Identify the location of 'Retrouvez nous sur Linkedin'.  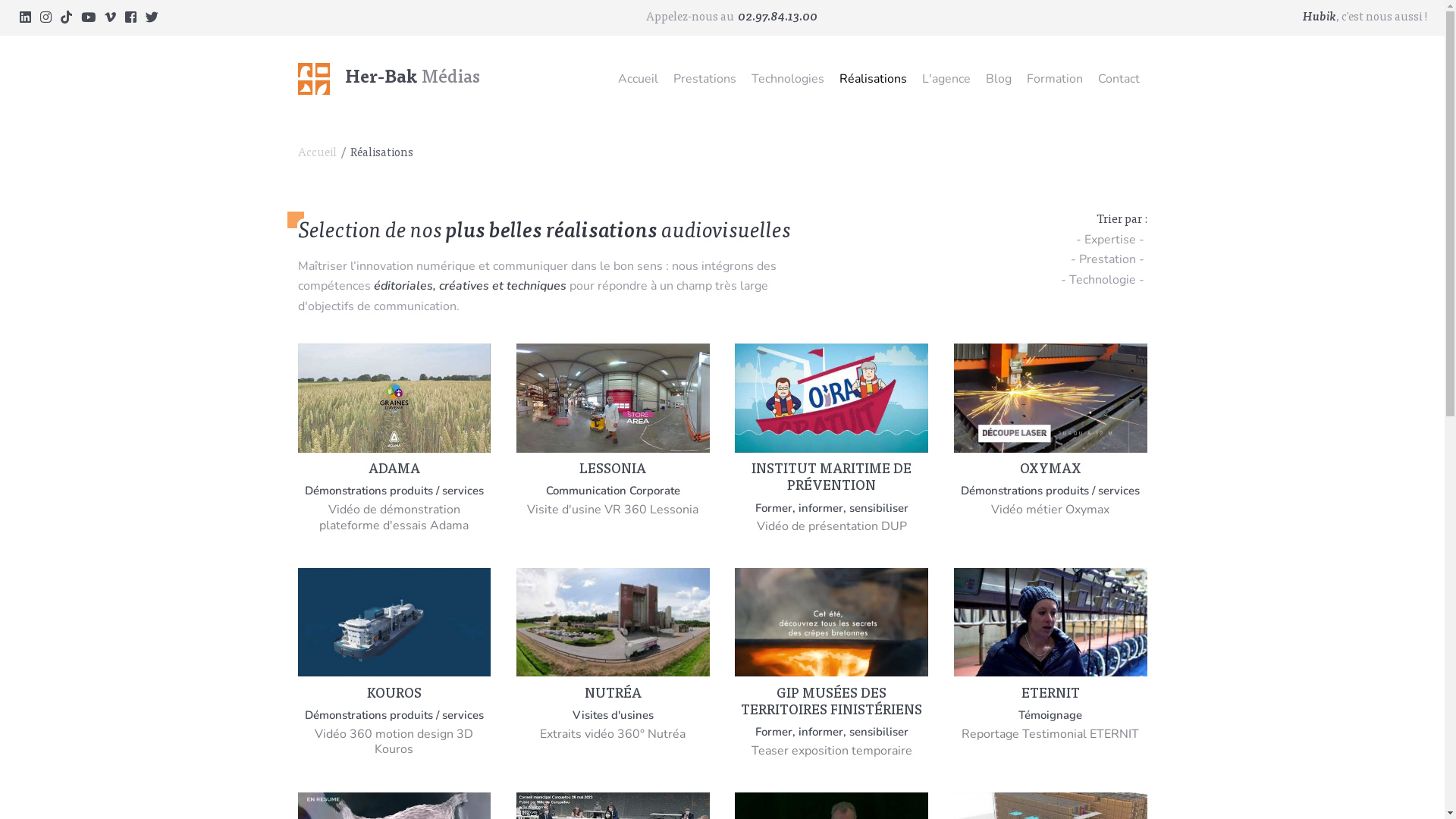
(25, 17).